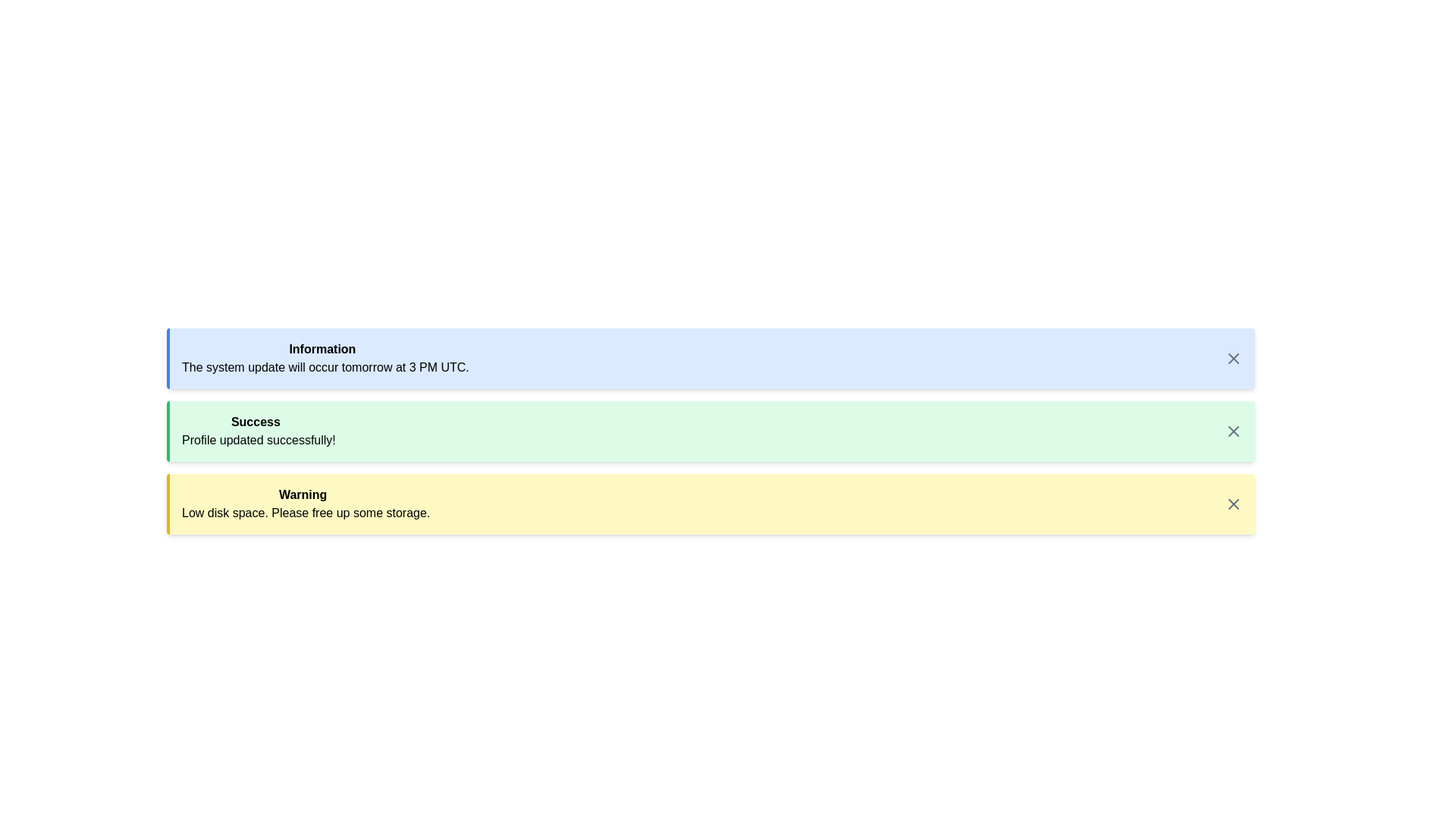 The image size is (1456, 819). I want to click on the close button, represented by a gray cross icon, located in the upper-right corner of the green notification box that displays 'Success Profile updated successfully!', so click(1234, 431).